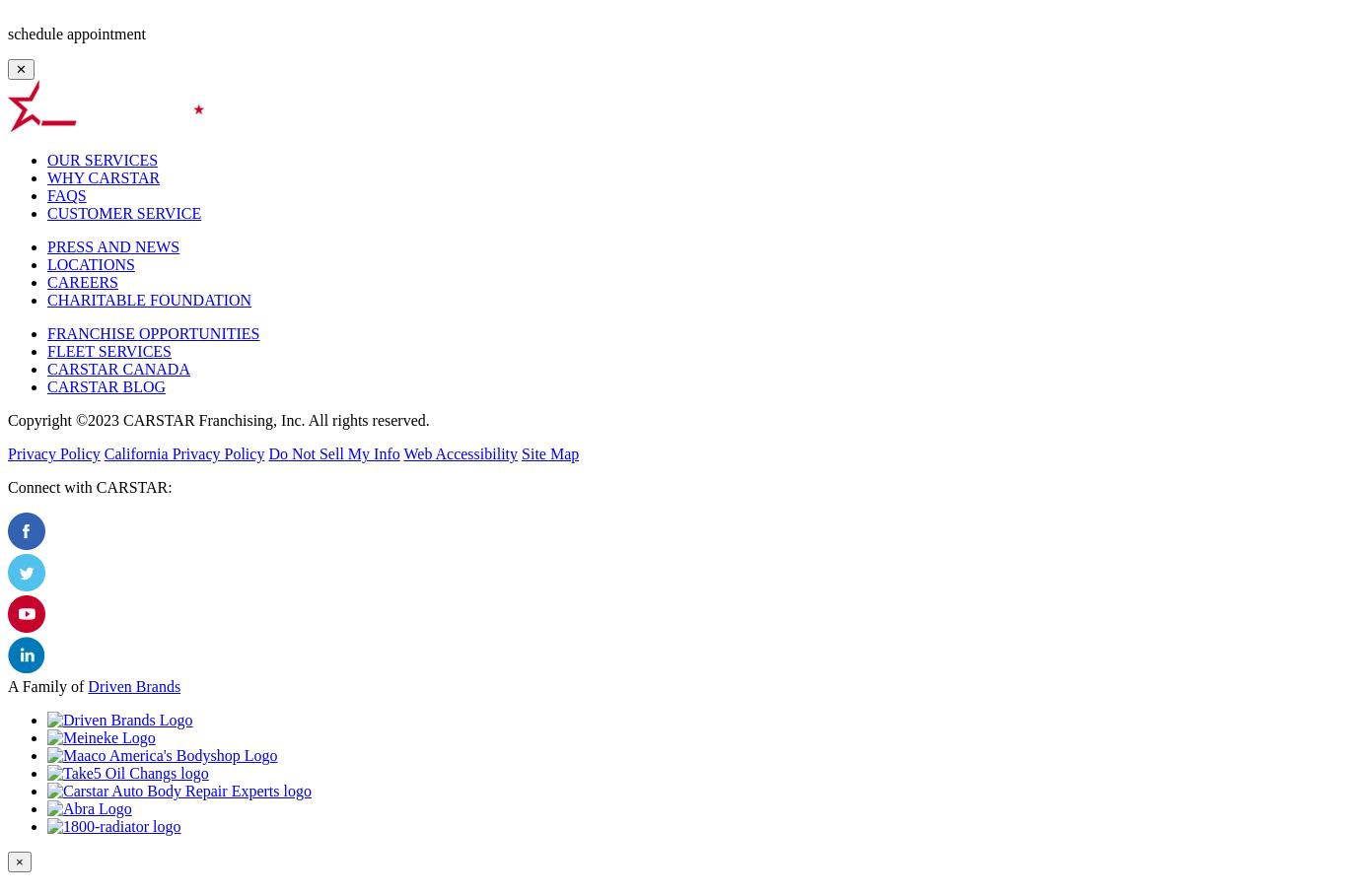 The width and height of the screenshot is (1347, 896). Describe the element at coordinates (66, 195) in the screenshot. I see `'FAQS'` at that location.